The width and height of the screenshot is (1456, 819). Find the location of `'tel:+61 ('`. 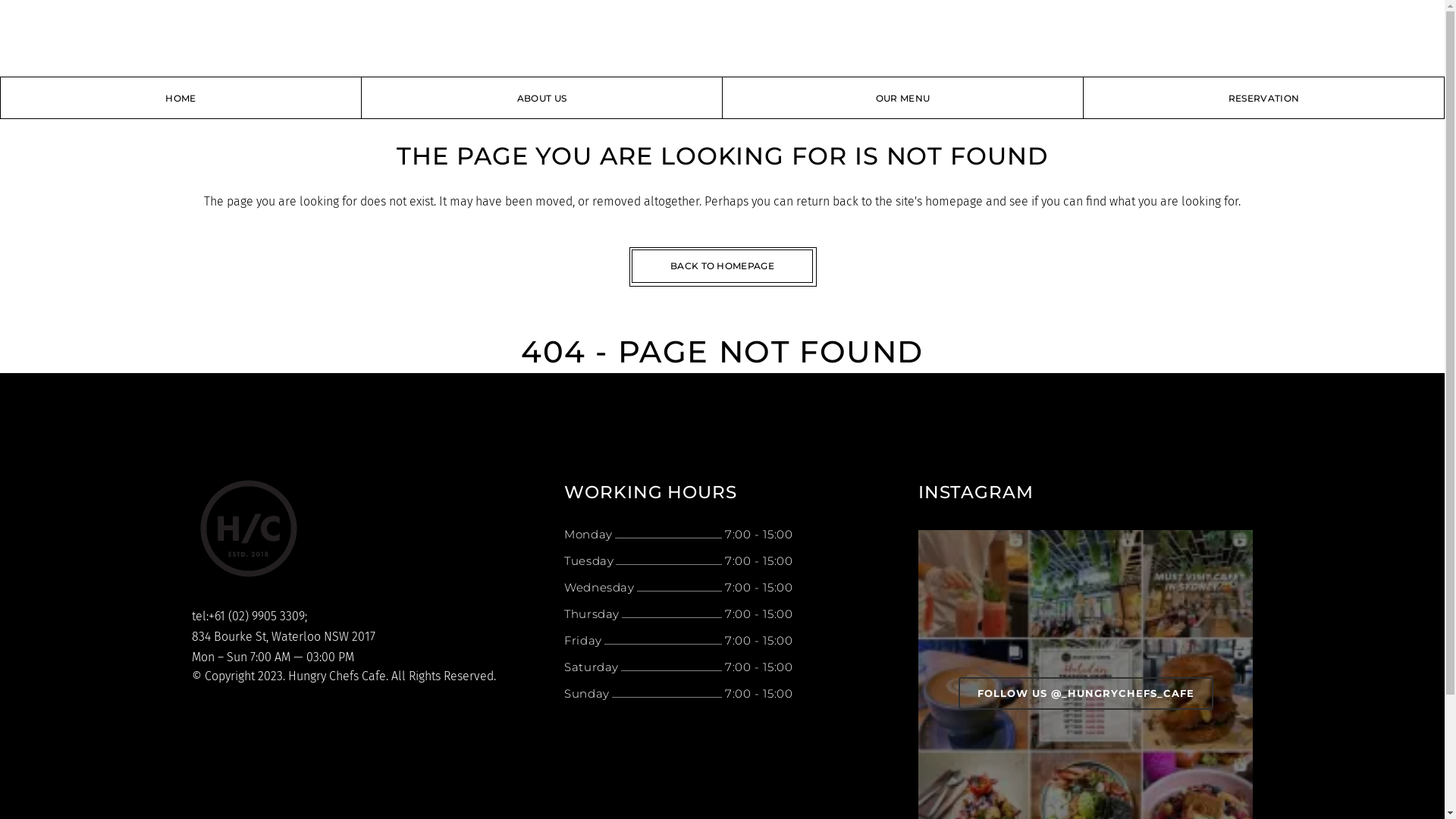

'tel:+61 (' is located at coordinates (210, 616).